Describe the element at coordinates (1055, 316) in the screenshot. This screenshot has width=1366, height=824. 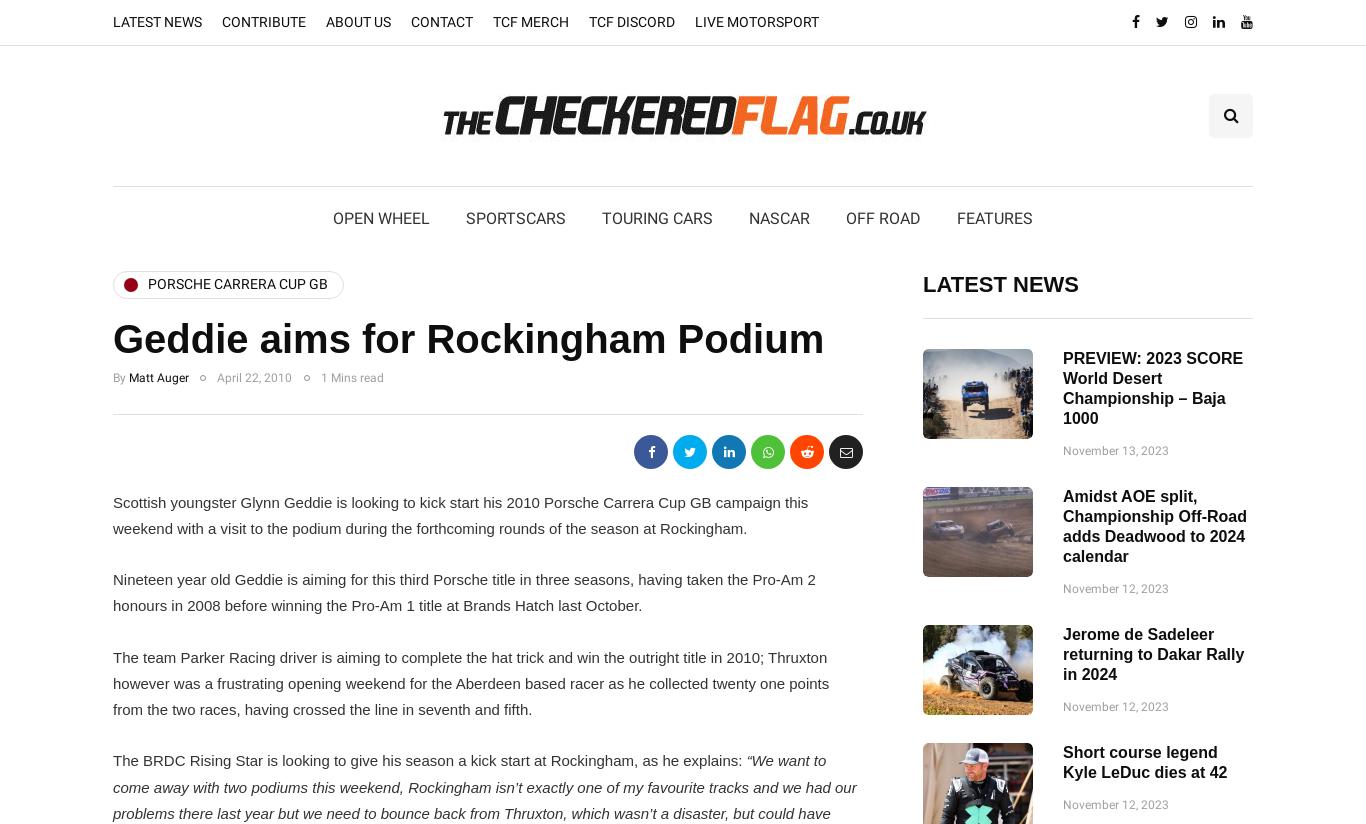
I see `'Recommended Listening'` at that location.